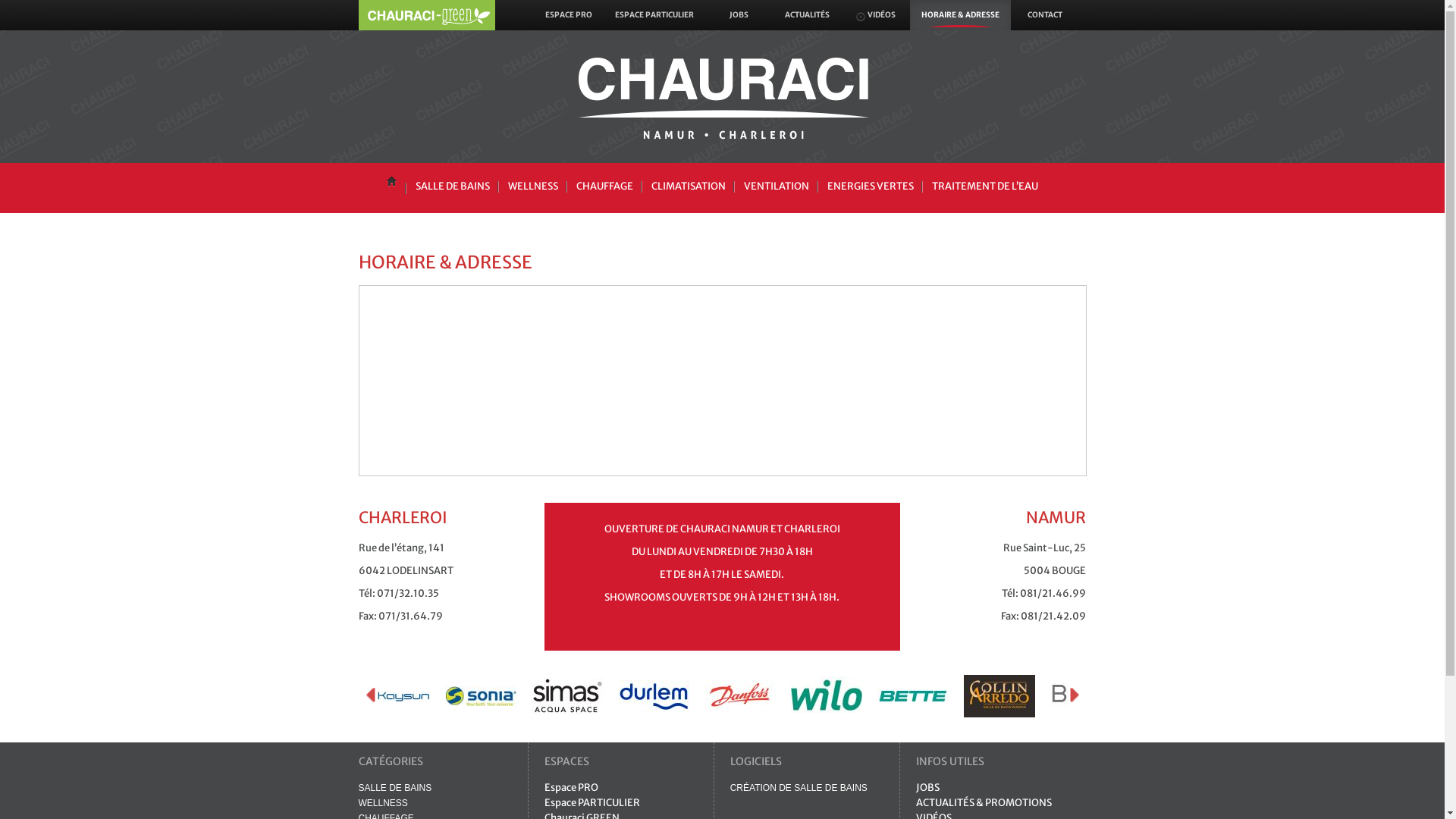 The image size is (1456, 819). Describe the element at coordinates (927, 786) in the screenshot. I see `'JOBS'` at that location.